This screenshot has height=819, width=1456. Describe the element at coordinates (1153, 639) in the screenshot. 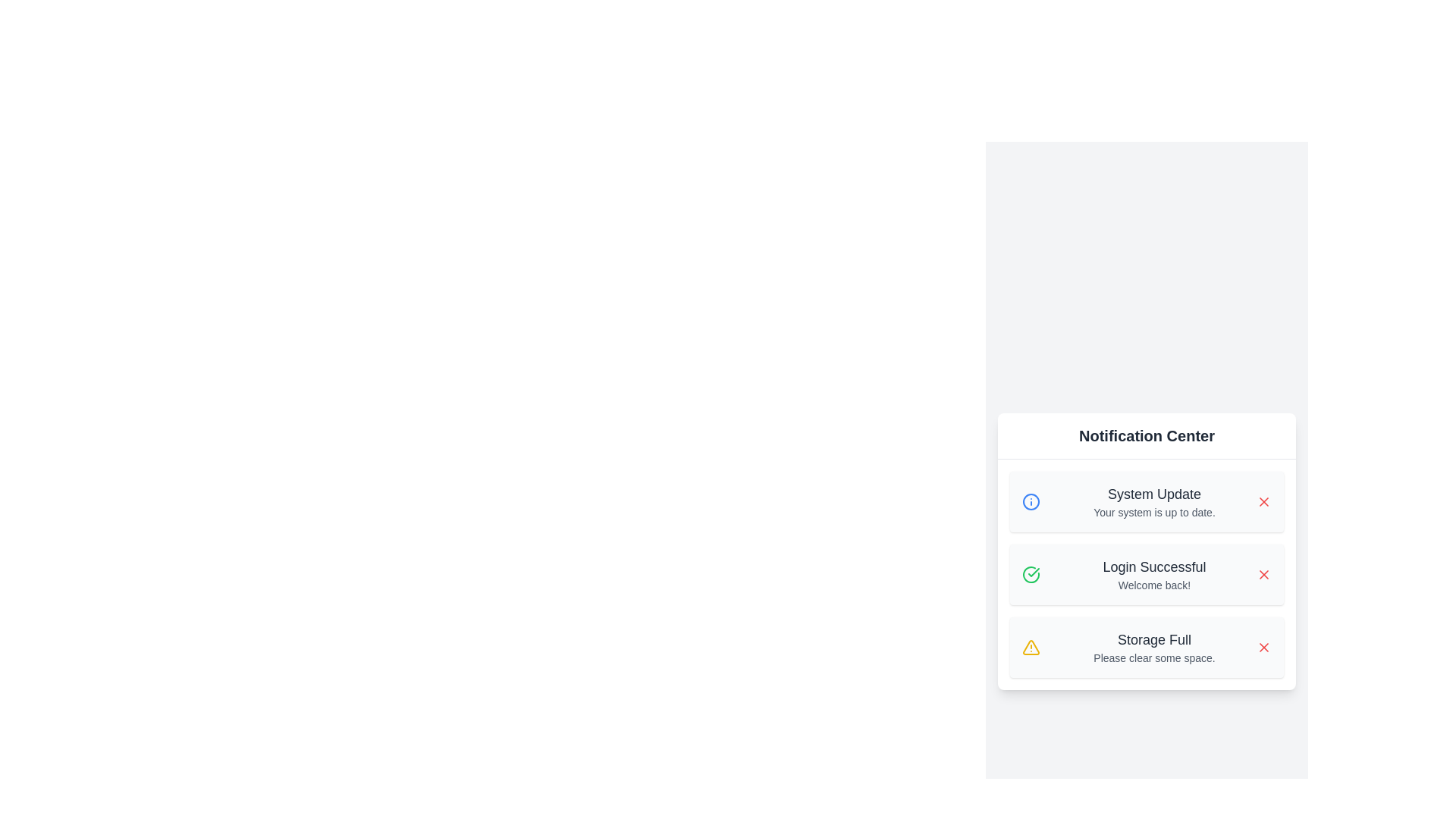

I see `notification text about storage capacity being full, which is the third item in the Notification Center panel, located next to the warning icon` at that location.